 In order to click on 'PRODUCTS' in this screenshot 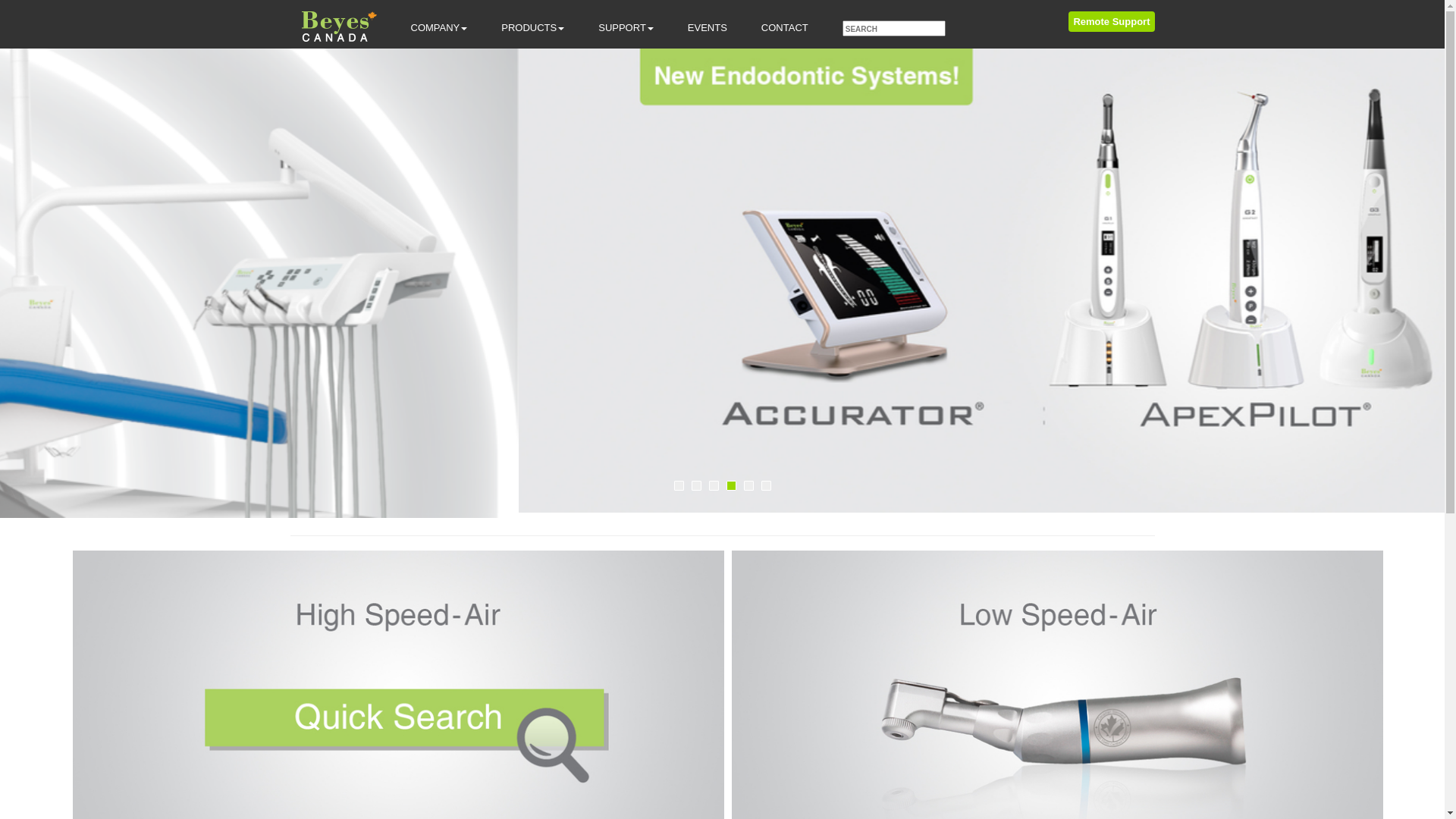, I will do `click(532, 28)`.